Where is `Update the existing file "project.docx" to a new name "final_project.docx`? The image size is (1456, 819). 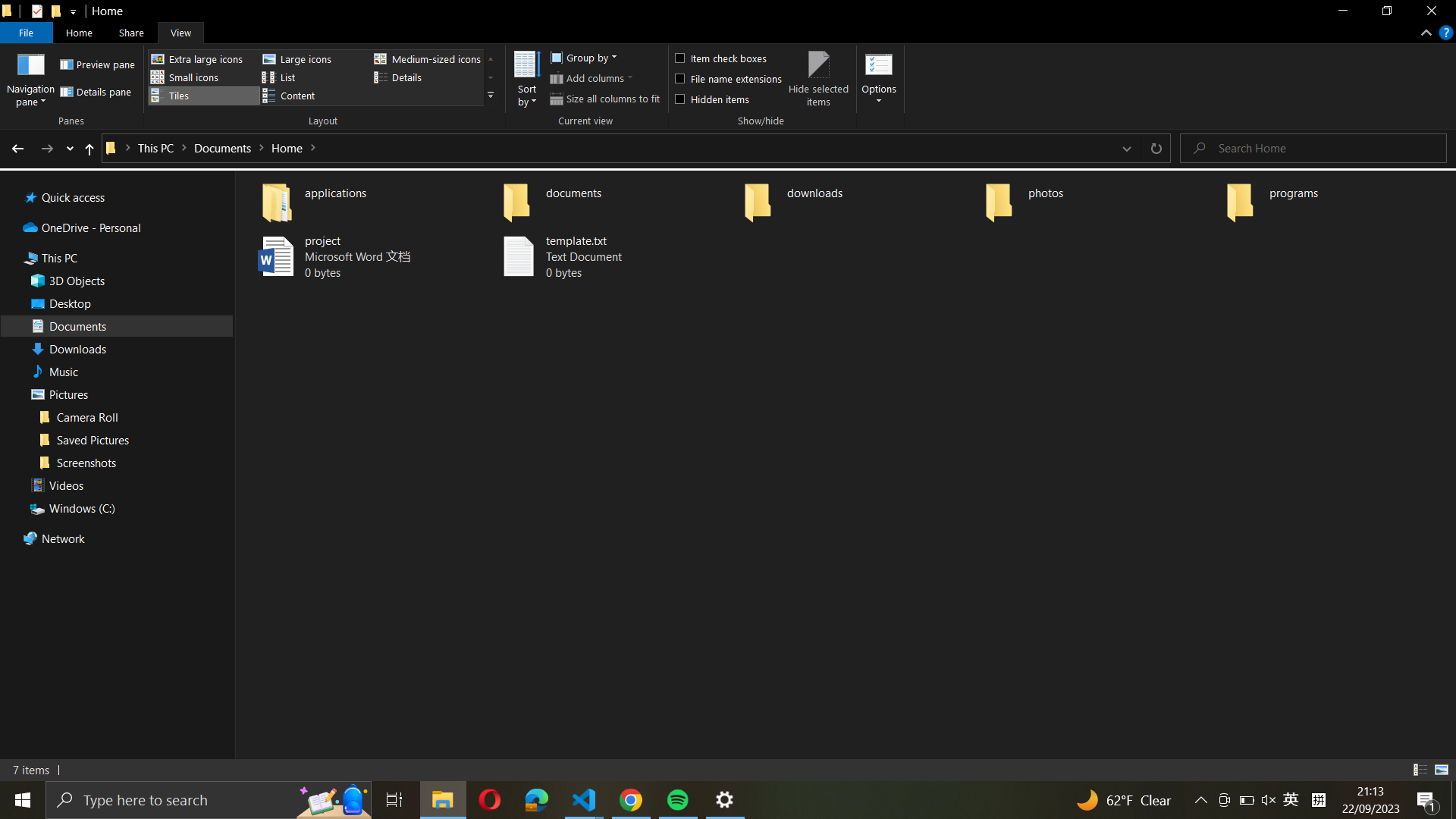 Update the existing file "project.docx" to a new name "final_project.docx is located at coordinates (361, 256).